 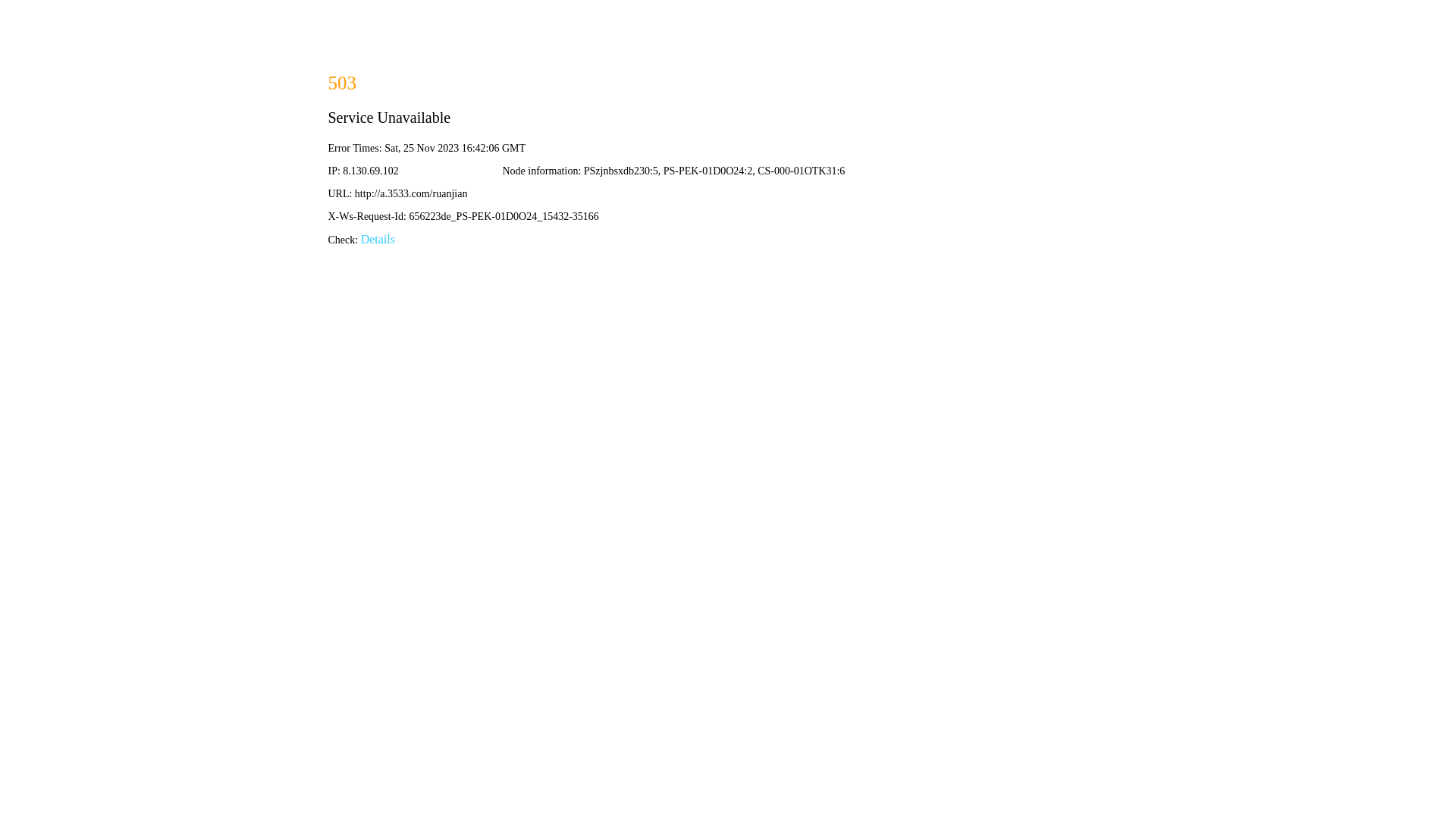 What do you see at coordinates (378, 239) in the screenshot?
I see `'Details'` at bounding box center [378, 239].